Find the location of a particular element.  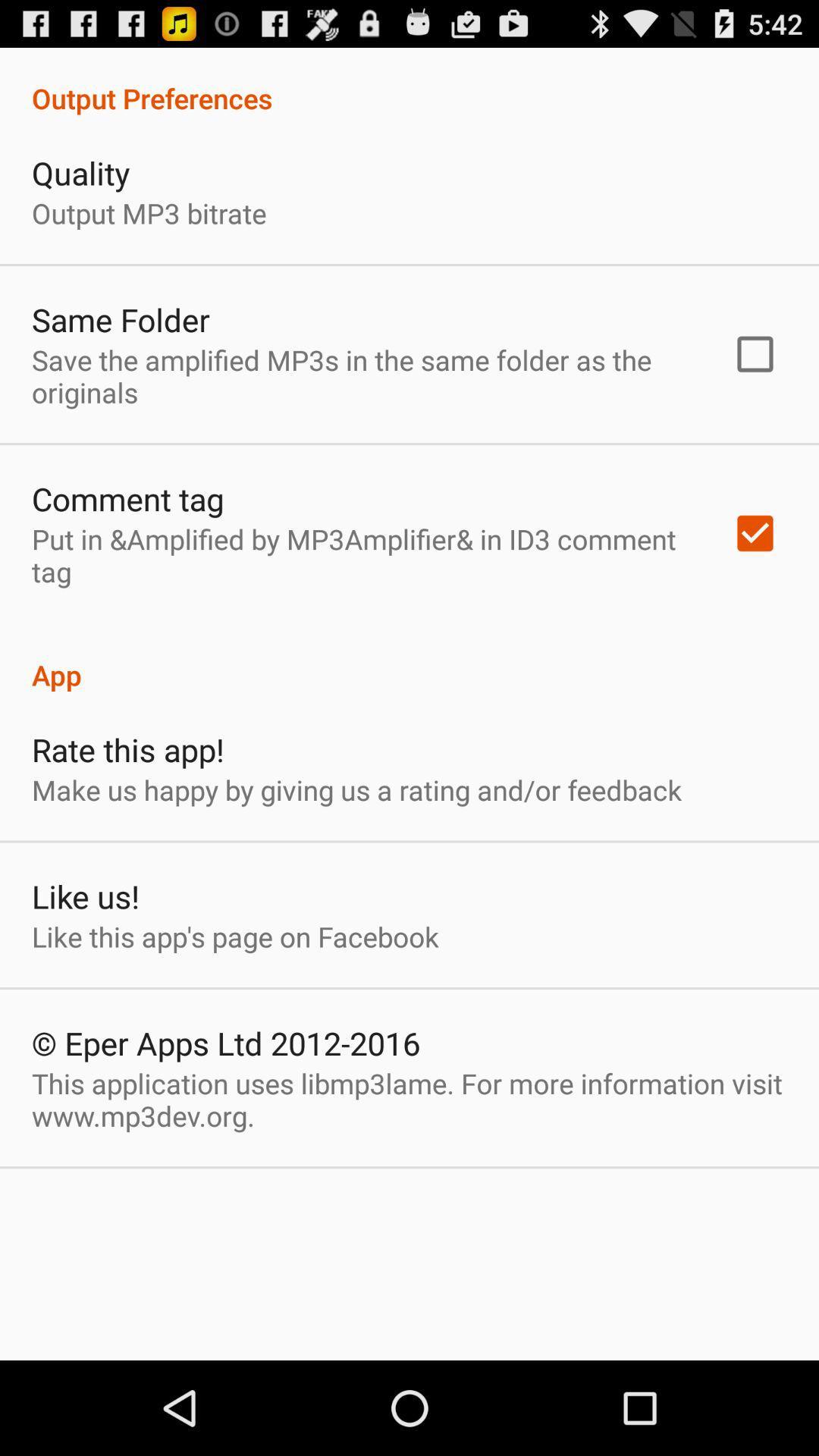

the output mp3 bitrate is located at coordinates (149, 212).